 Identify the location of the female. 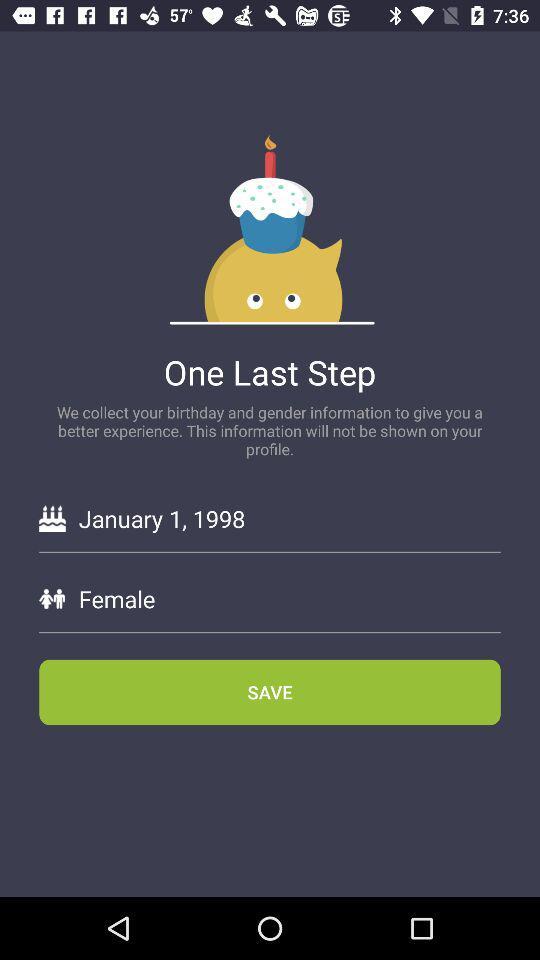
(288, 599).